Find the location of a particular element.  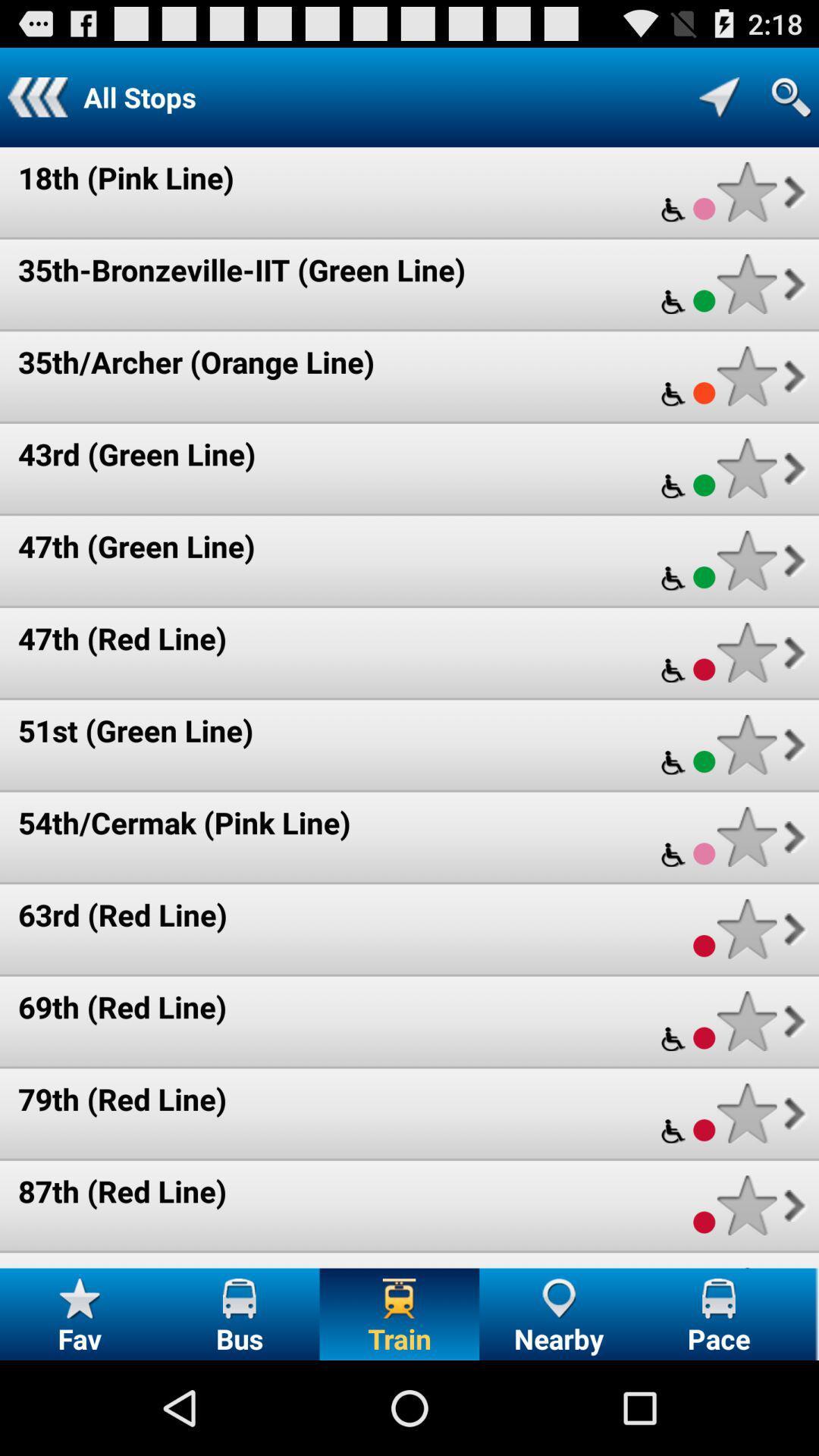

favorite button is located at coordinates (746, 928).